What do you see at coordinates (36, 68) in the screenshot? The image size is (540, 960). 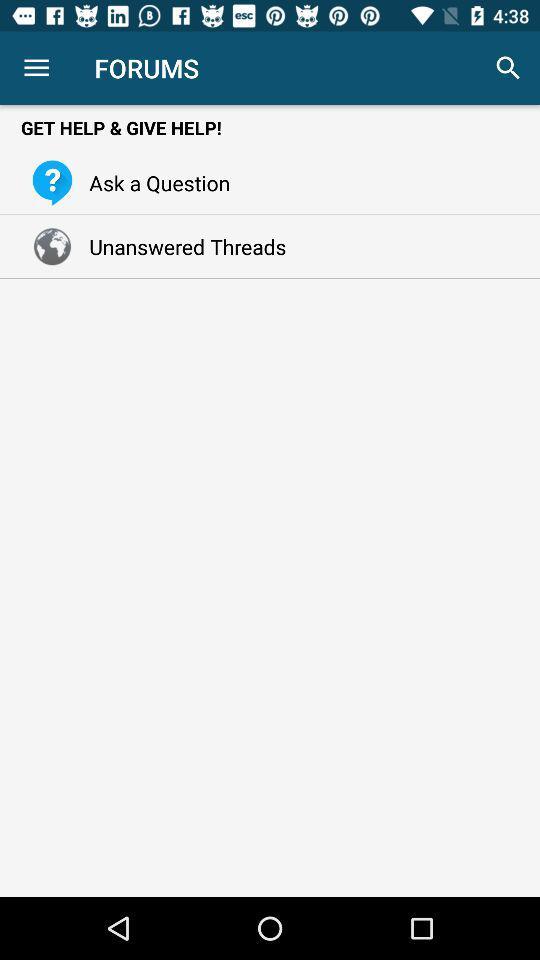 I see `icon above get help give` at bounding box center [36, 68].